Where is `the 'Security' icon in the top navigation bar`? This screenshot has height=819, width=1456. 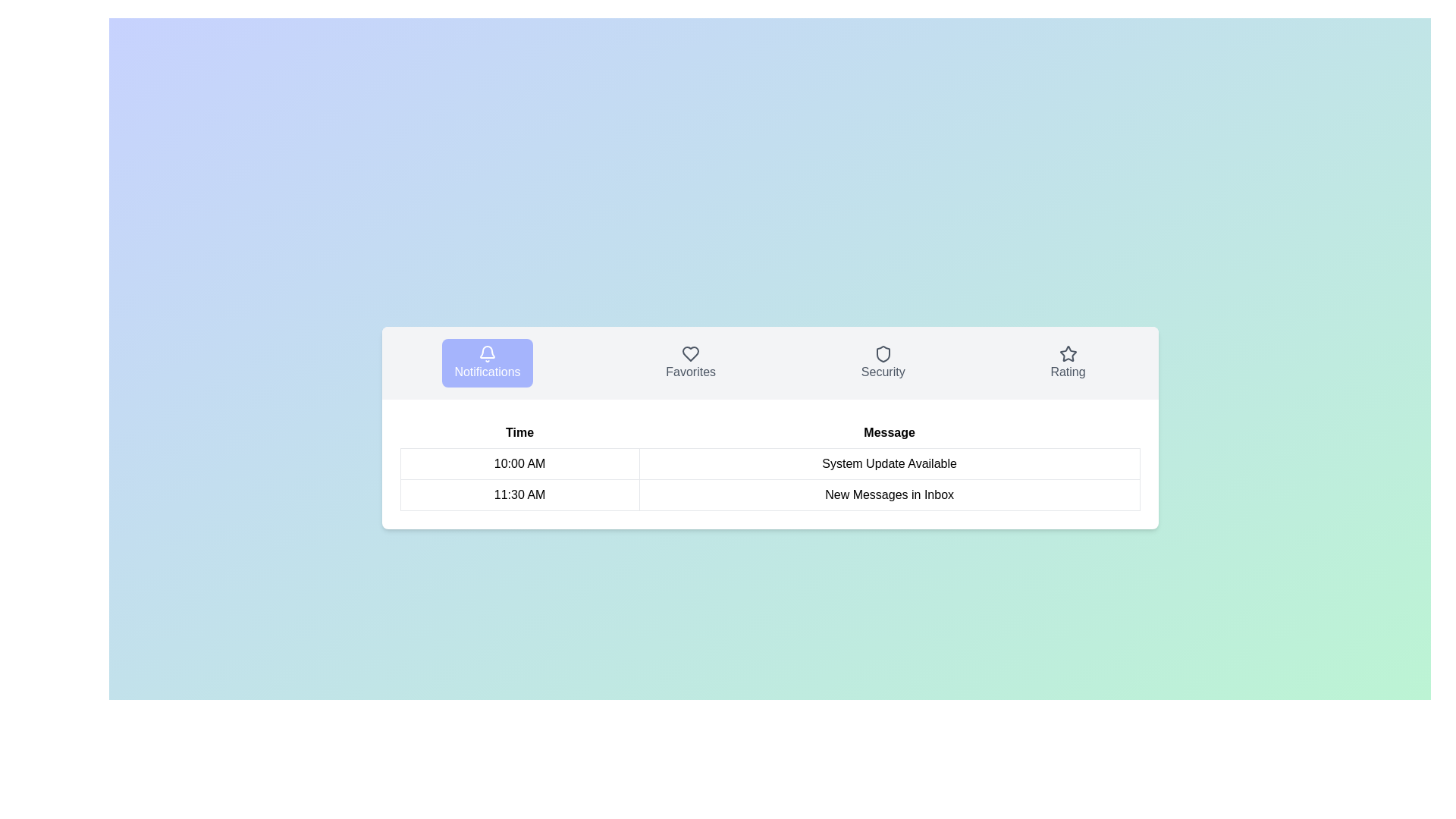 the 'Security' icon in the top navigation bar is located at coordinates (883, 353).